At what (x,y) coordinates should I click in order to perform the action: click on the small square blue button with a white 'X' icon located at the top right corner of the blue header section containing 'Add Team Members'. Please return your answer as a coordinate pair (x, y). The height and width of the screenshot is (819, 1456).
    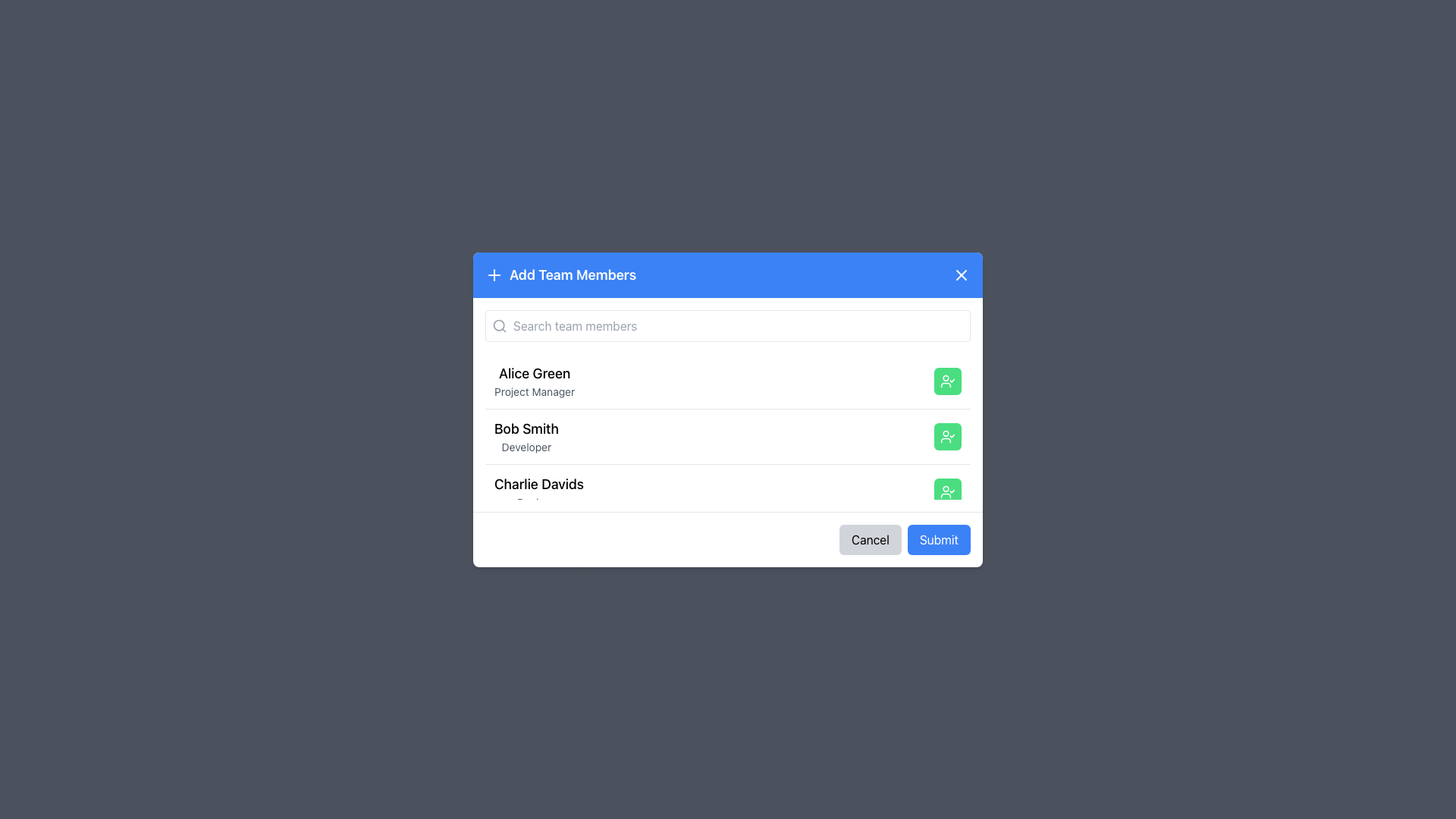
    Looking at the image, I should click on (960, 275).